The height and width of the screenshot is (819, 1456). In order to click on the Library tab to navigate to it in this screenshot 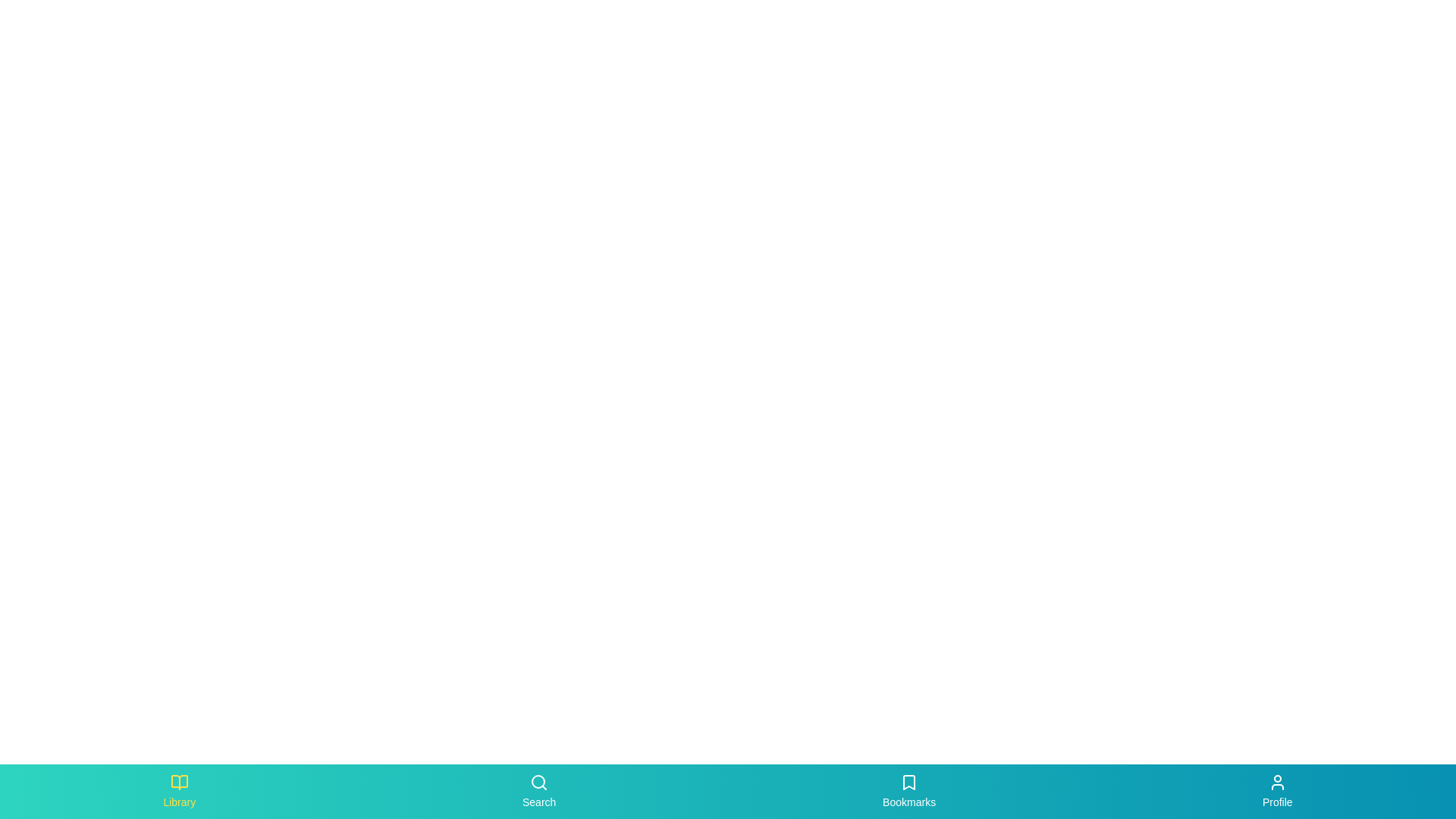, I will do `click(179, 791)`.